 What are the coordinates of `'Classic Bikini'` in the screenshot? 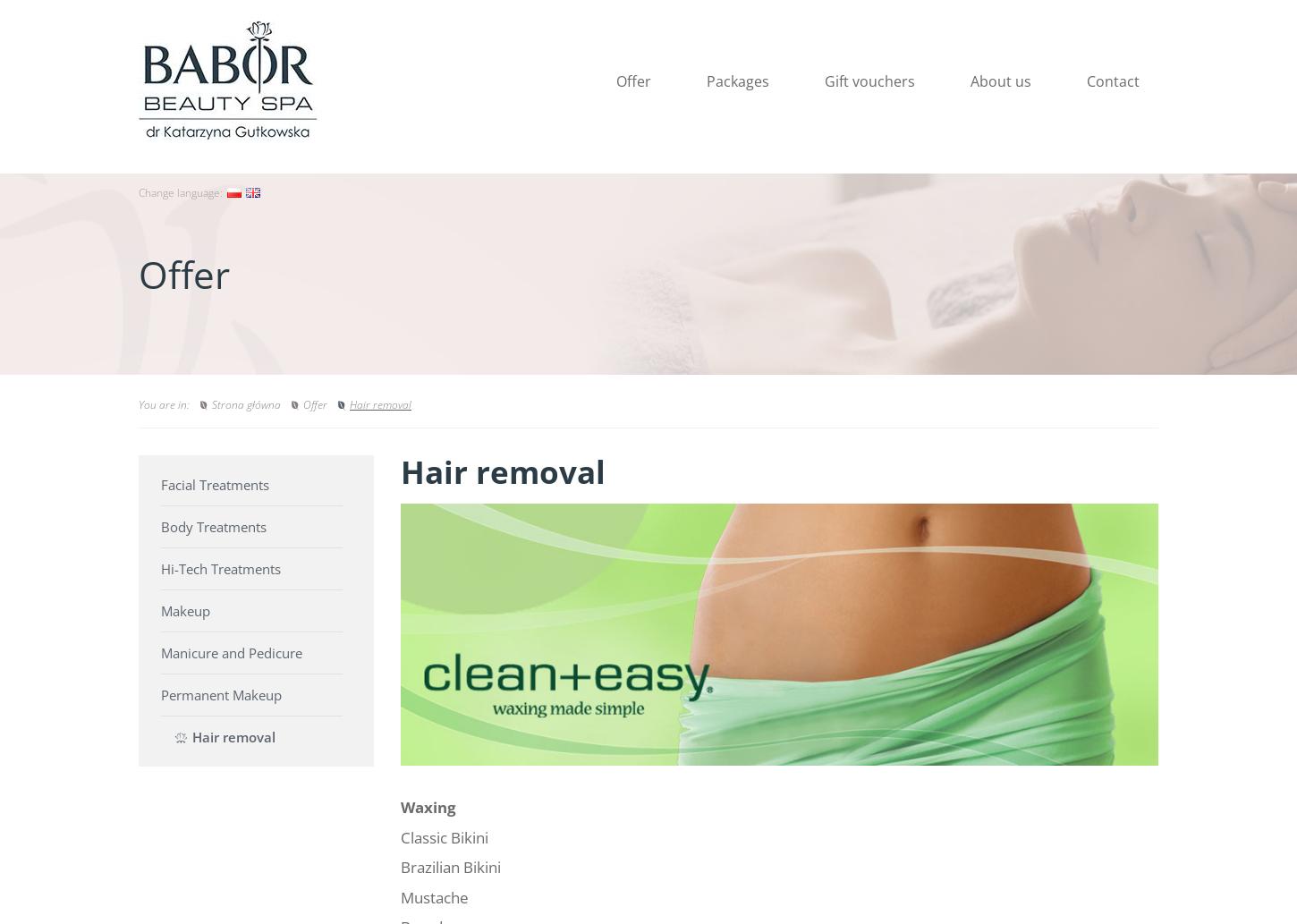 It's located at (445, 835).